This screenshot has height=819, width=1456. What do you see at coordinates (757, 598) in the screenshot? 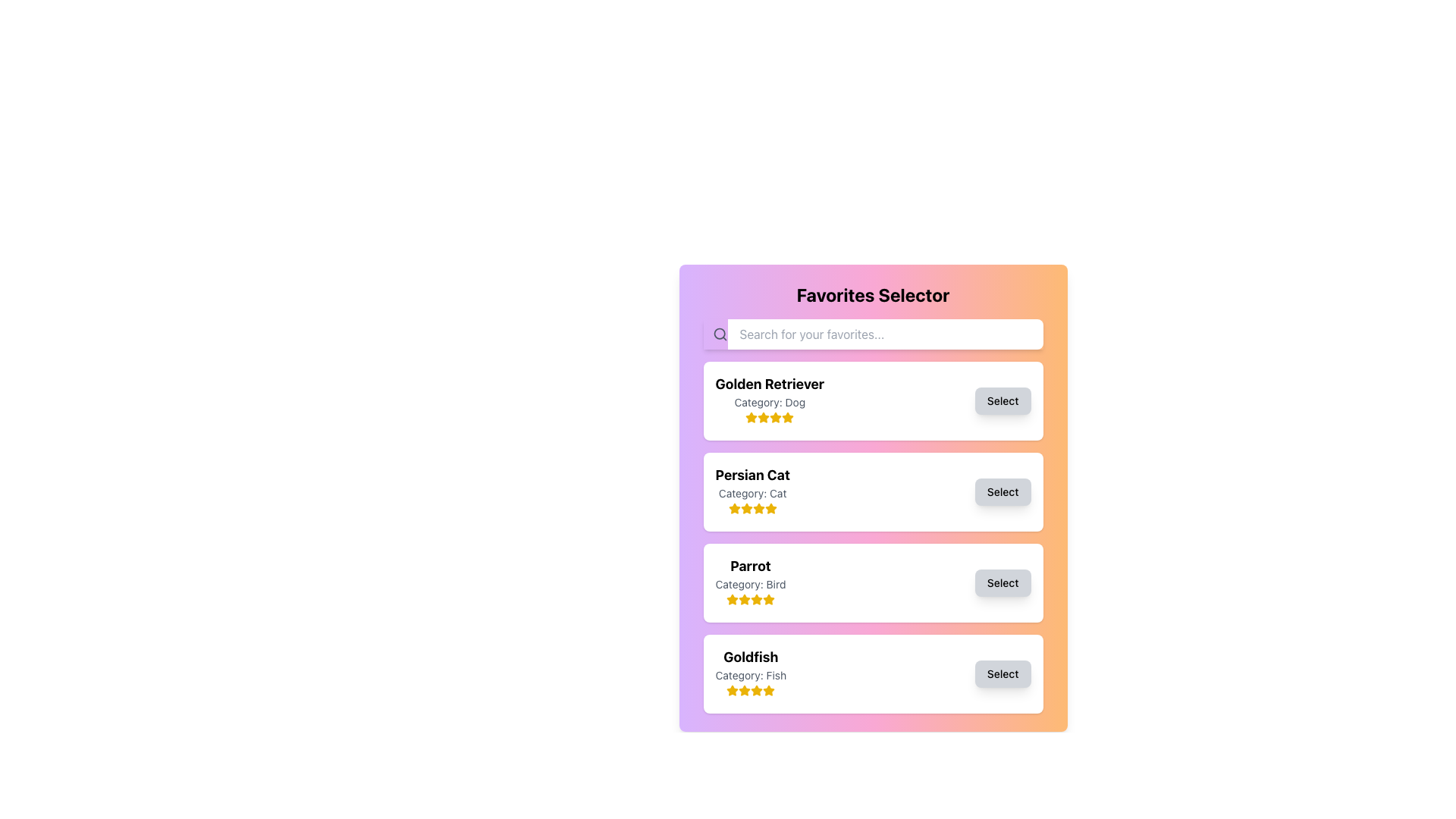
I see `the third yellow star icon in the 'Favorites Selector' interface next to the text 'Parrot' to observe hover effects` at bounding box center [757, 598].